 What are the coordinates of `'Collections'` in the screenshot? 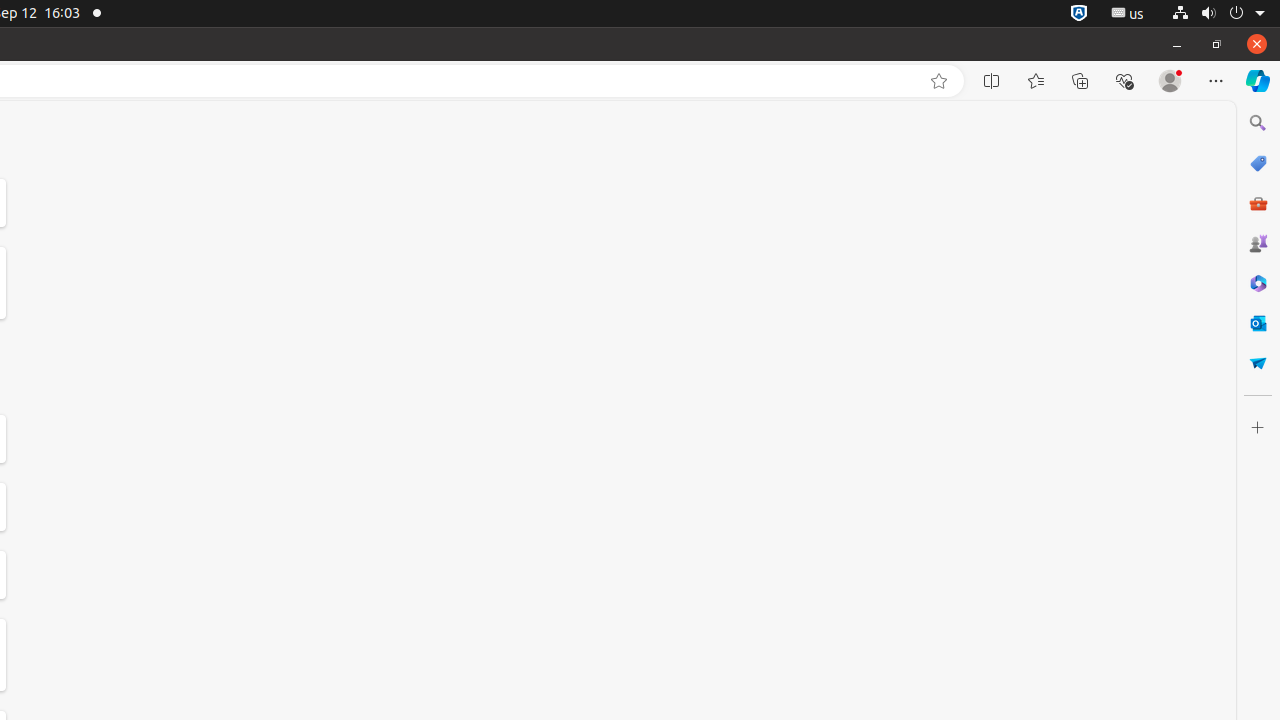 It's located at (1079, 80).